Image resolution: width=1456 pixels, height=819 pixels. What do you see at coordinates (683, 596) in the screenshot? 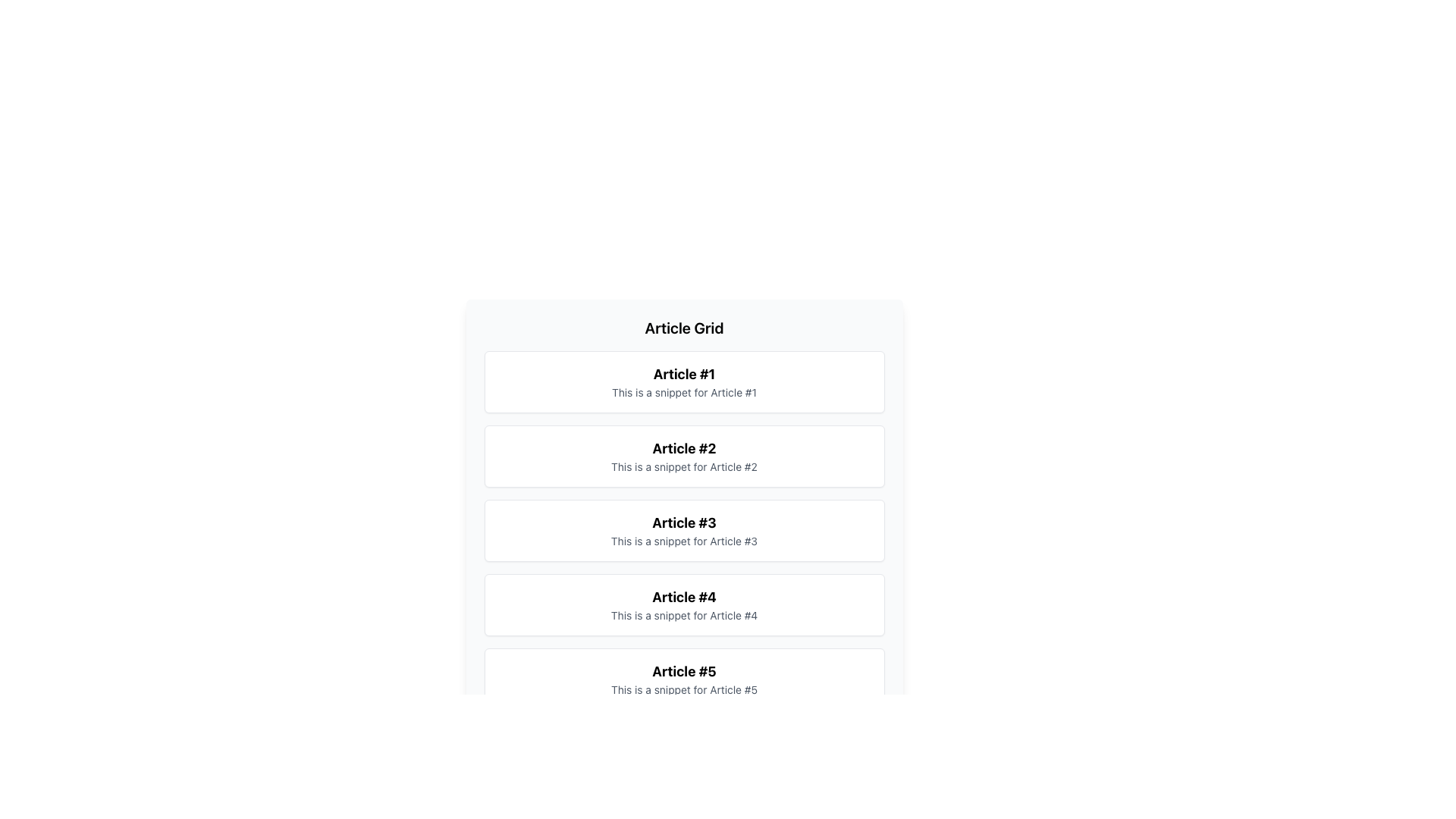
I see `the title text of the fourth article card in the vertically stacked list, which serves as the identifier for the article` at bounding box center [683, 596].